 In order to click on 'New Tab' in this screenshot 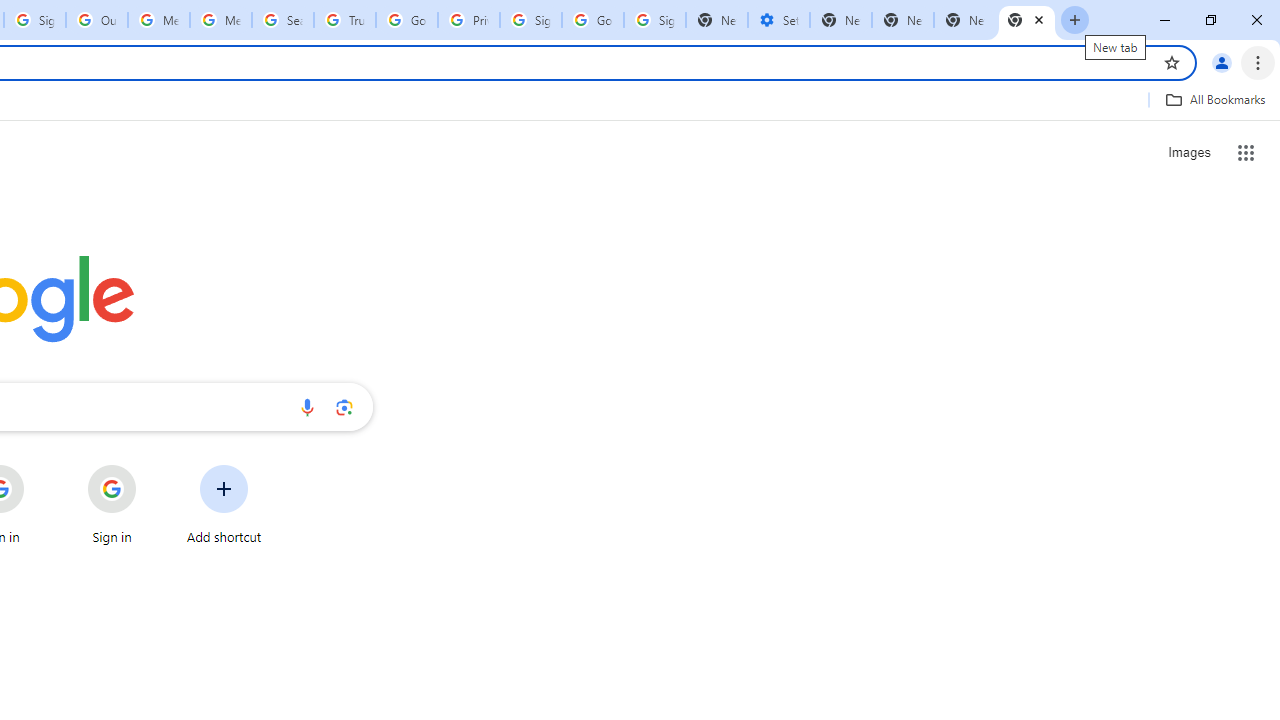, I will do `click(965, 20)`.